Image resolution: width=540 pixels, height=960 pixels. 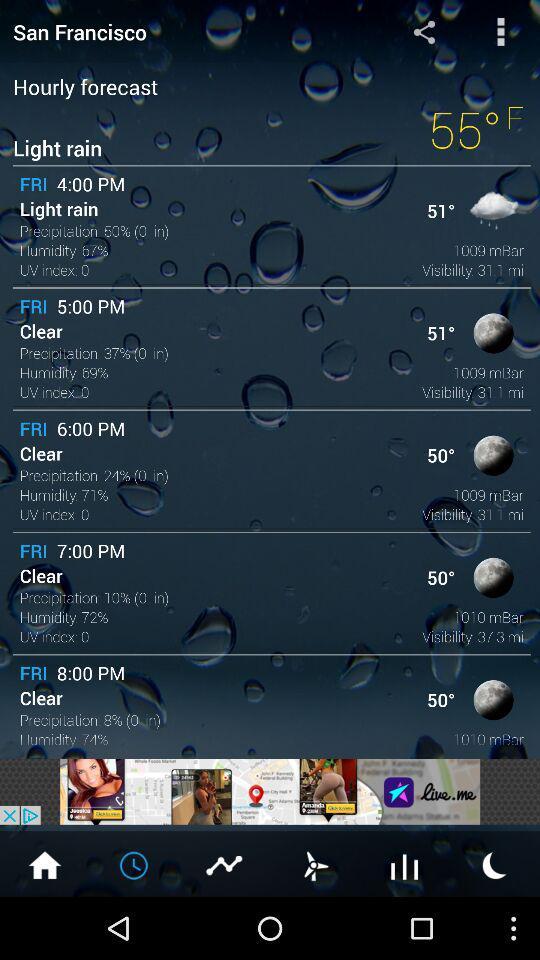 What do you see at coordinates (494, 863) in the screenshot?
I see `turns on night mode` at bounding box center [494, 863].